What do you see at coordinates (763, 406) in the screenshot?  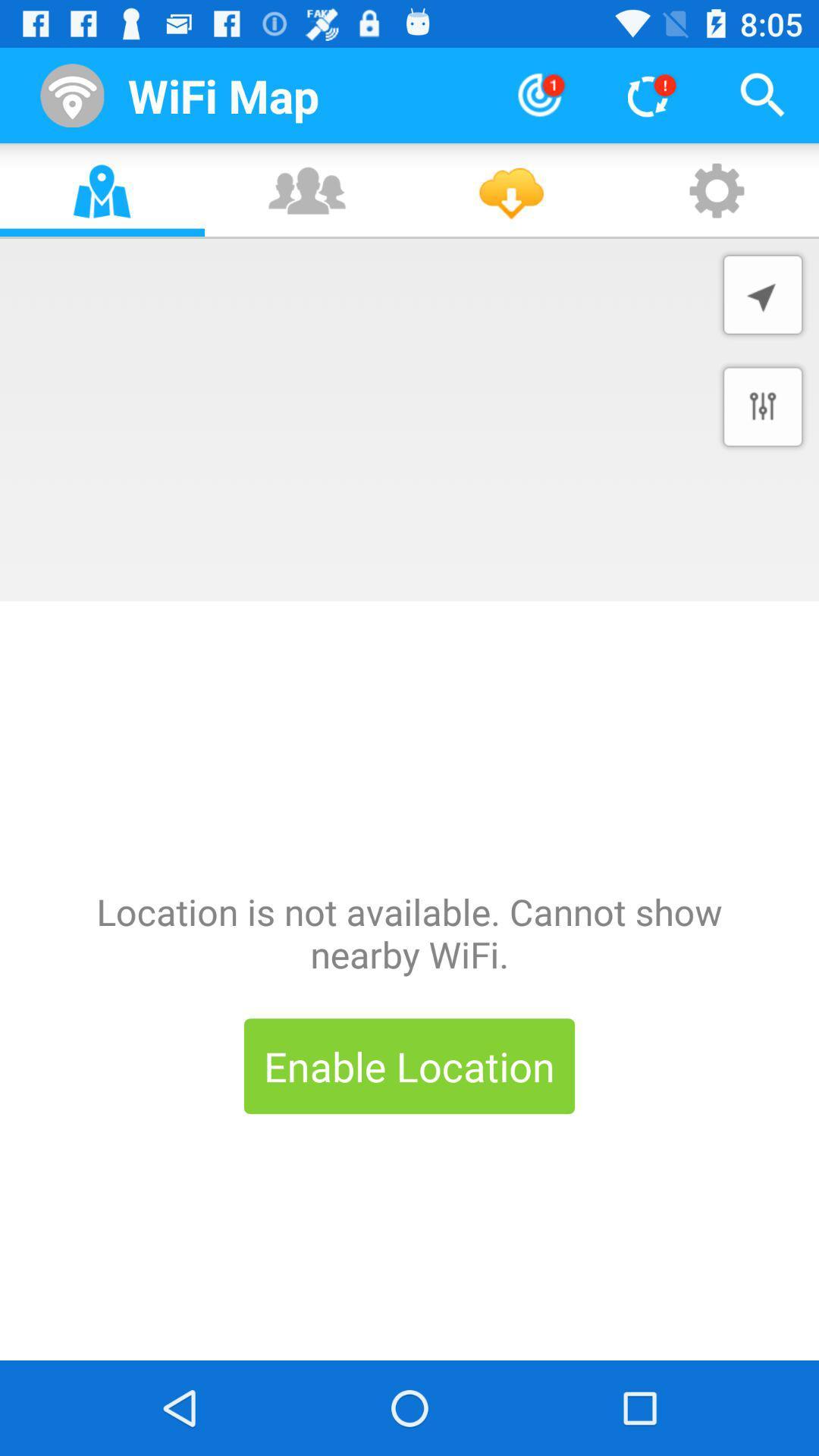 I see `icon above location is not item` at bounding box center [763, 406].